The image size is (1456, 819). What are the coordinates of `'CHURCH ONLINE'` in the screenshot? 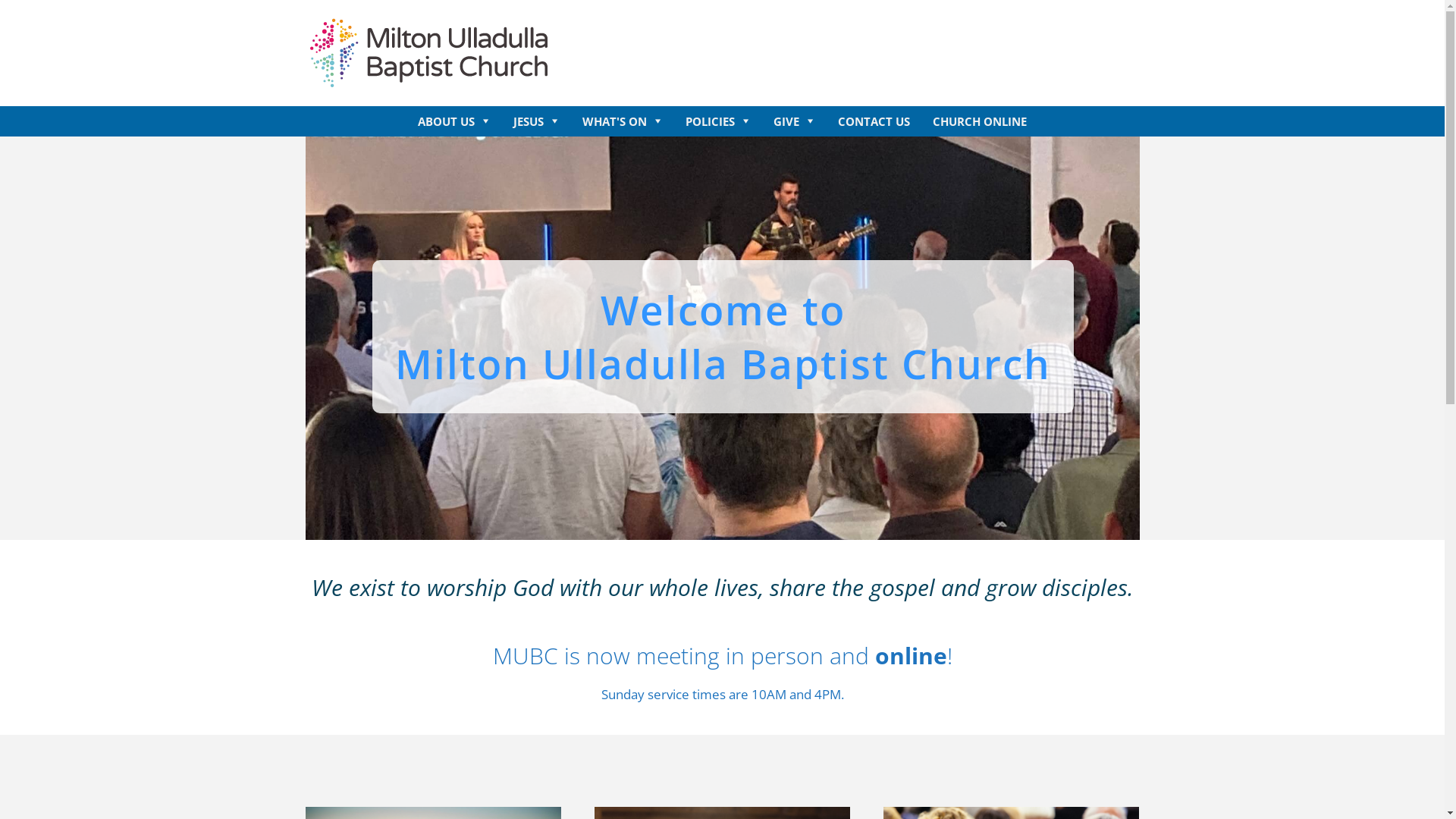 It's located at (979, 120).